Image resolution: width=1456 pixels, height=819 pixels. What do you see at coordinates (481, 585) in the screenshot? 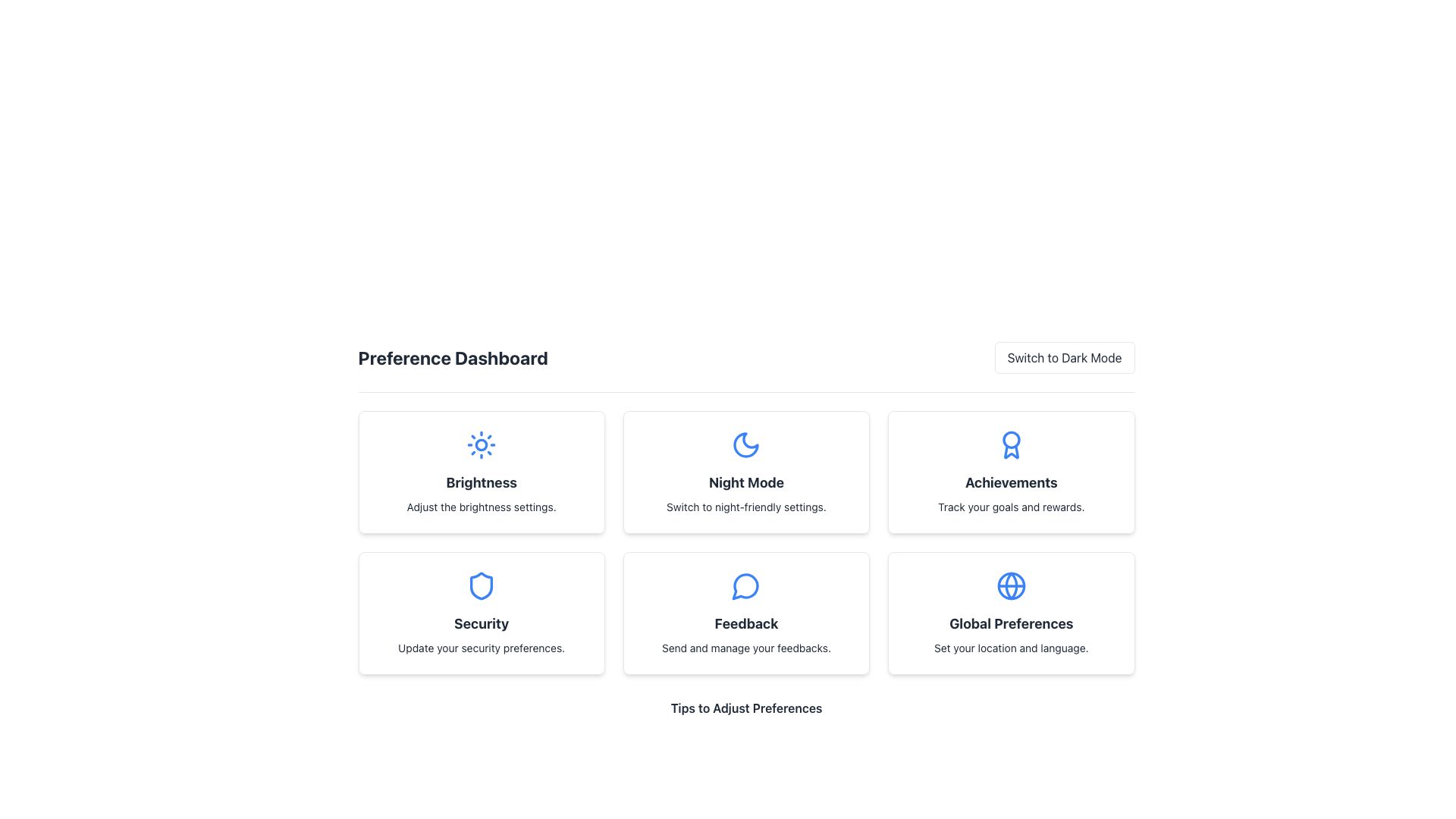
I see `the blue shield icon located at the top of the 'Security' panel, which has a clean, minimalist design and is positioned in the bottom-left portion of a grid of options` at bounding box center [481, 585].